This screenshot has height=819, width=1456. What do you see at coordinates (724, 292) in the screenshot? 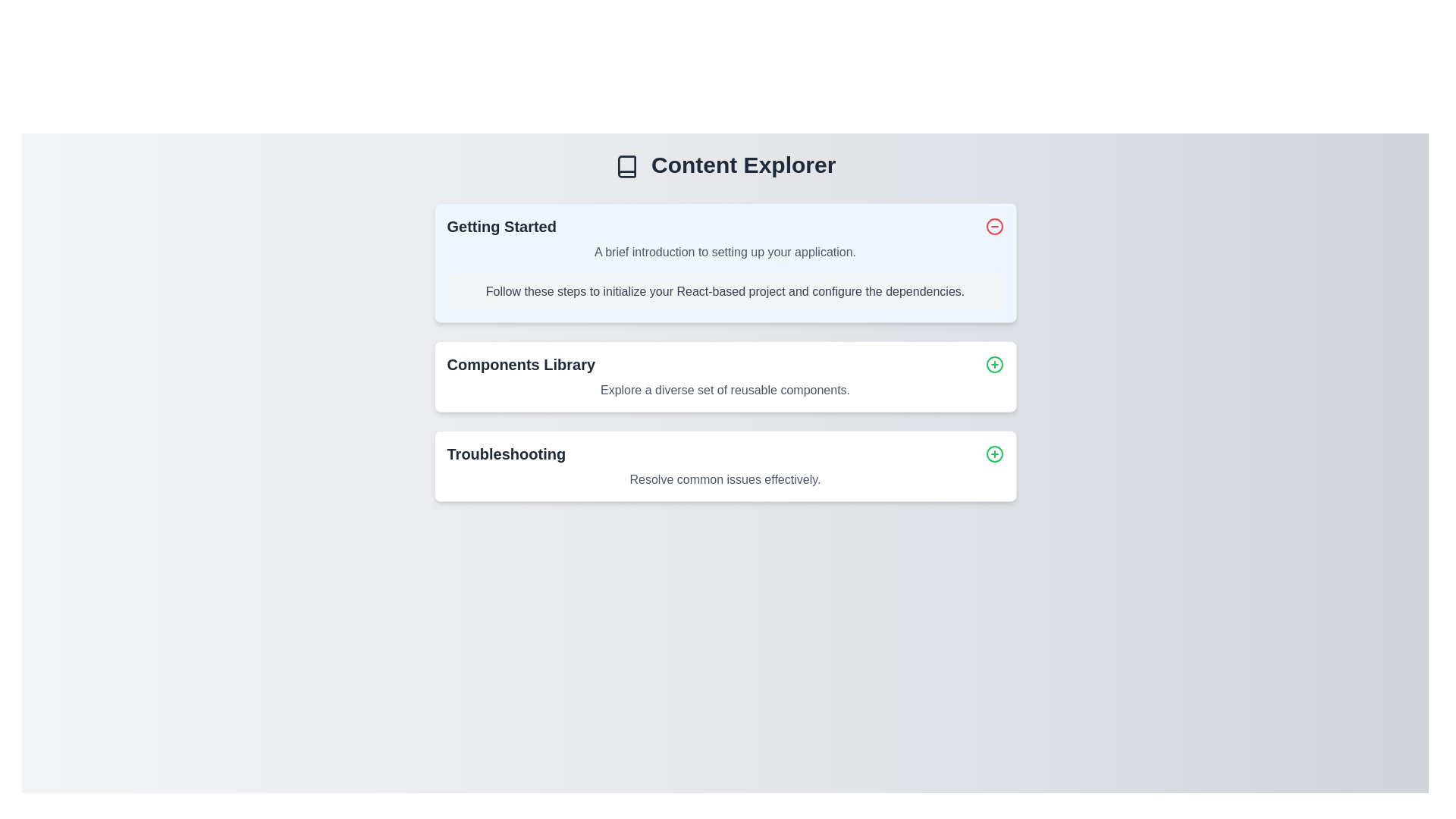
I see `text block displaying 'Follow these steps to initialize your React-based project and configure the dependencies.' which is located in the 'Getting Started' section, centered below the introduction description` at bounding box center [724, 292].